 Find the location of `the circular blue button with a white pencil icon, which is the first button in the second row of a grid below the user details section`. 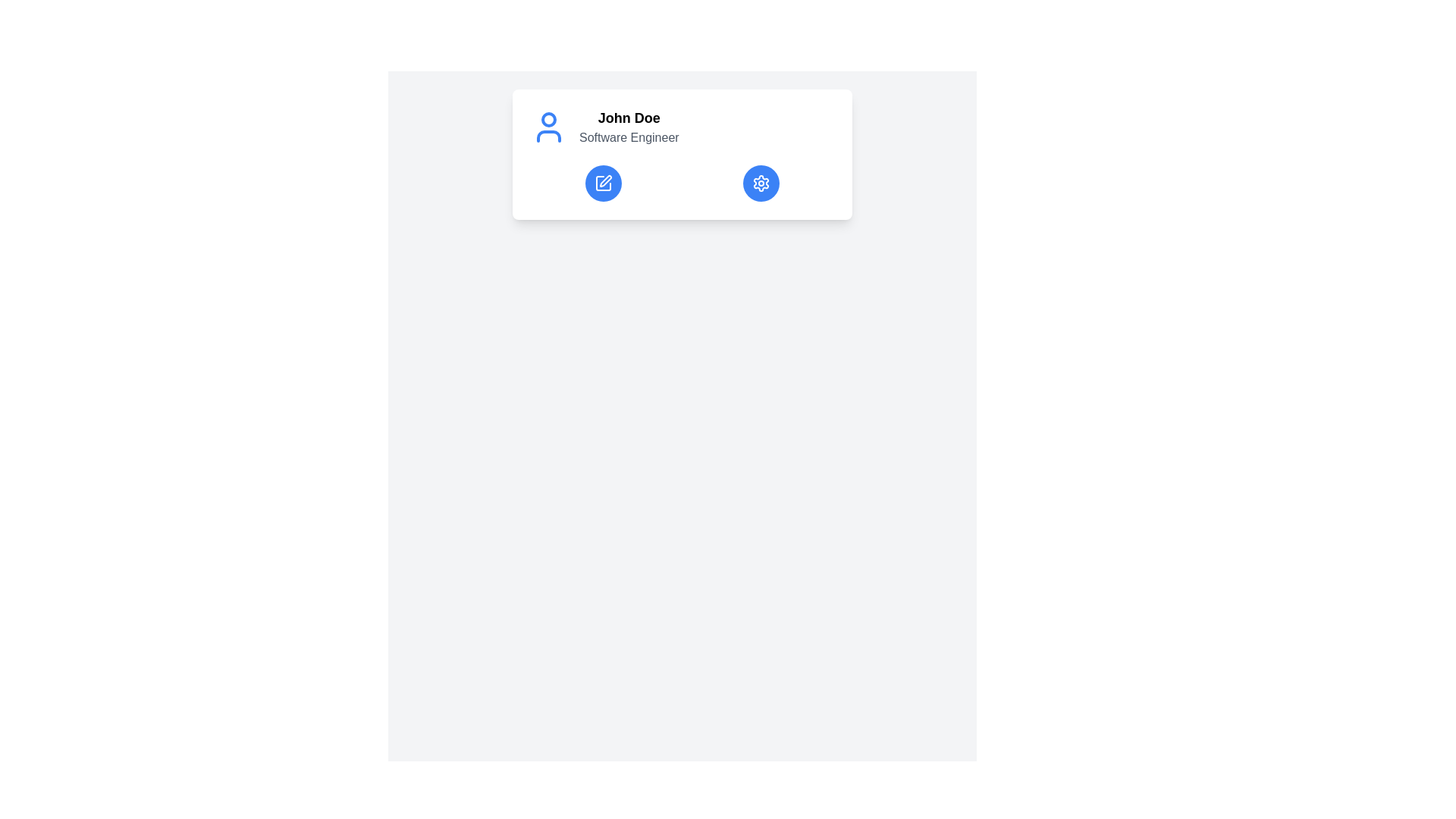

the circular blue button with a white pencil icon, which is the first button in the second row of a grid below the user details section is located at coordinates (603, 183).